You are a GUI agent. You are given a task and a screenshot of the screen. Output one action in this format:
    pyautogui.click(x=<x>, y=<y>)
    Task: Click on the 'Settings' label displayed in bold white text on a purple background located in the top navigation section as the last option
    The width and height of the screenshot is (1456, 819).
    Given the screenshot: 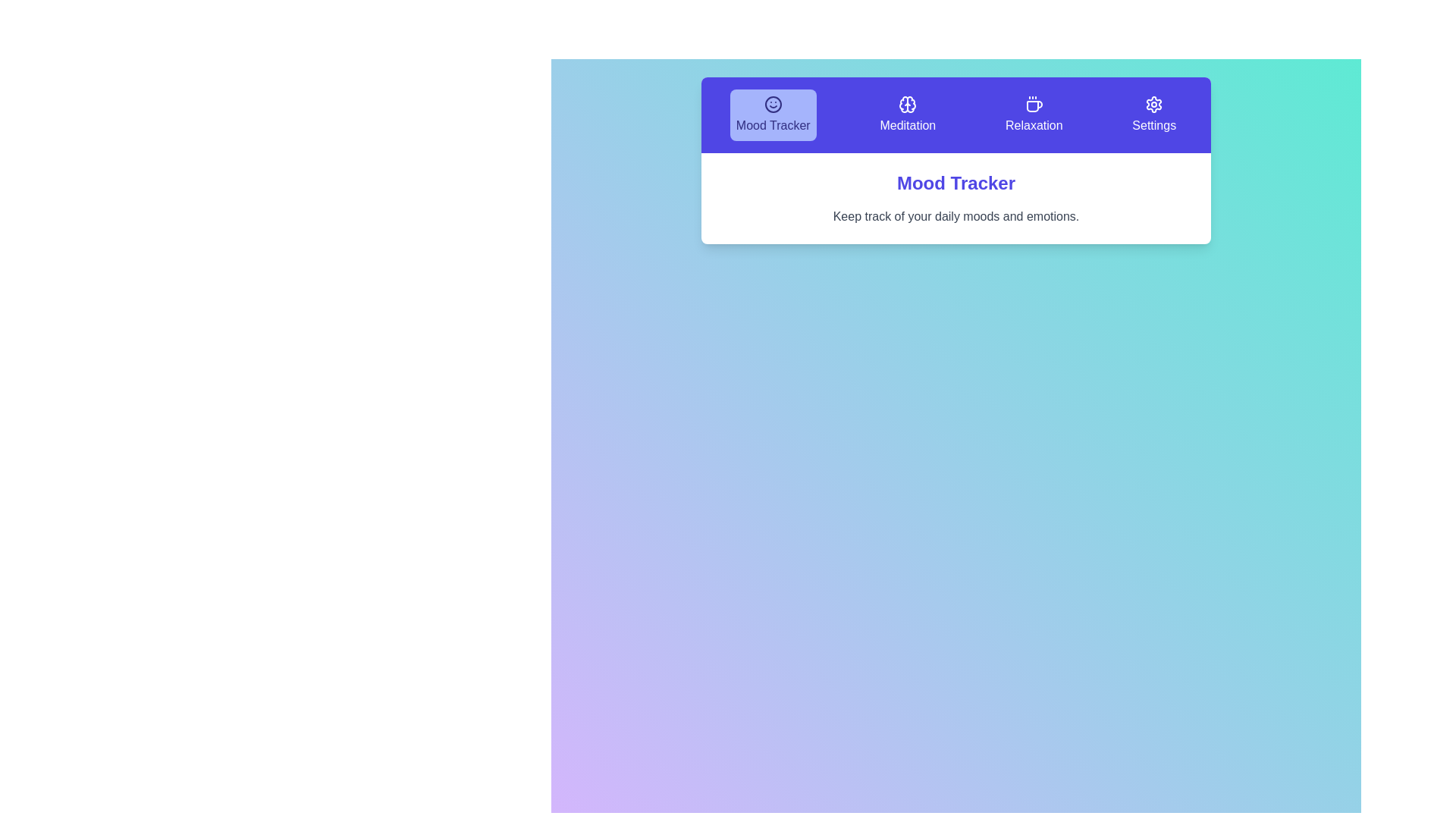 What is the action you would take?
    pyautogui.click(x=1153, y=124)
    